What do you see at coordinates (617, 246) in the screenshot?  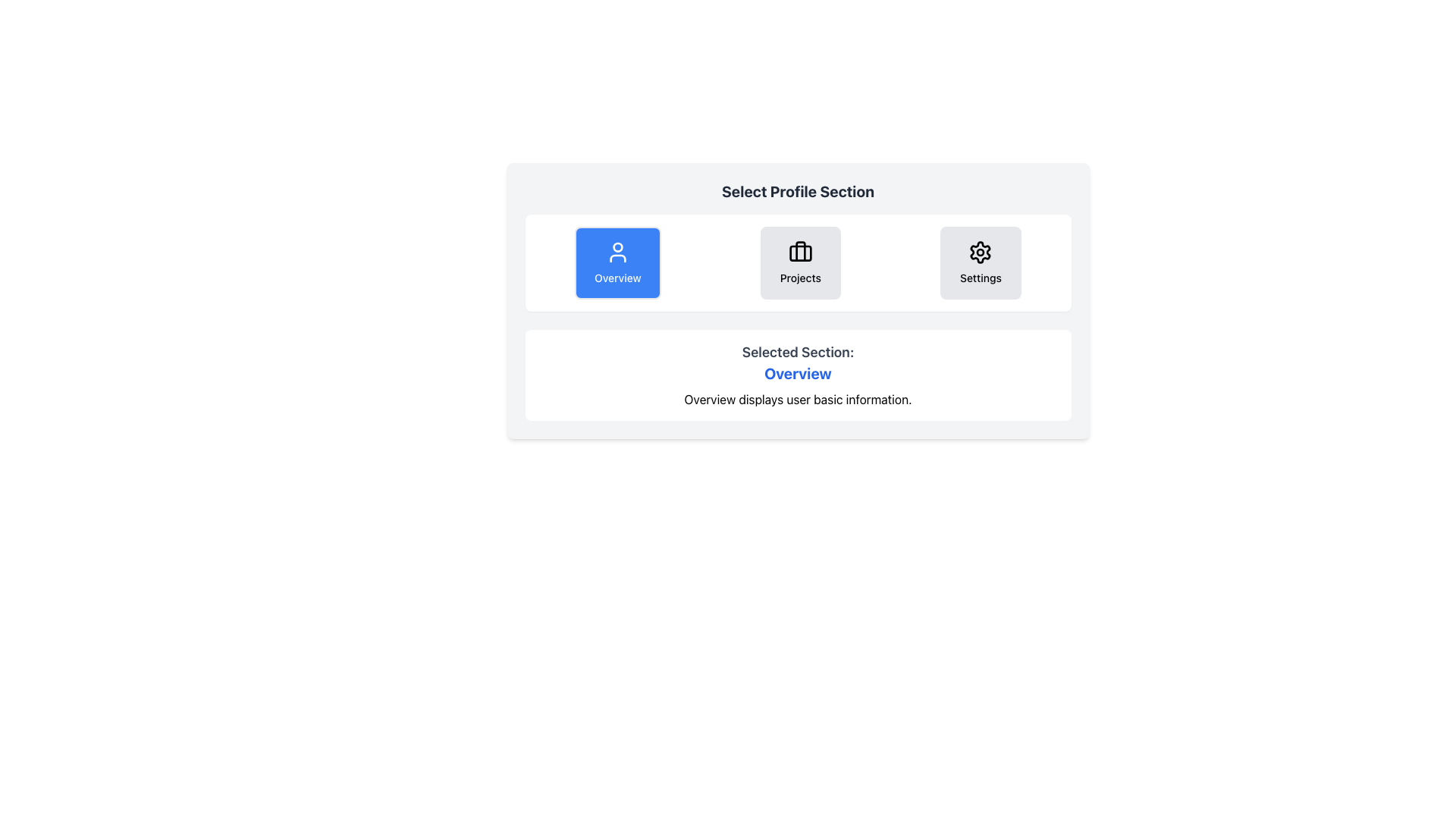 I see `circular outline element of the user profile icon, which is the first icon from the left in the selectable profile sections, using the developer tools` at bounding box center [617, 246].